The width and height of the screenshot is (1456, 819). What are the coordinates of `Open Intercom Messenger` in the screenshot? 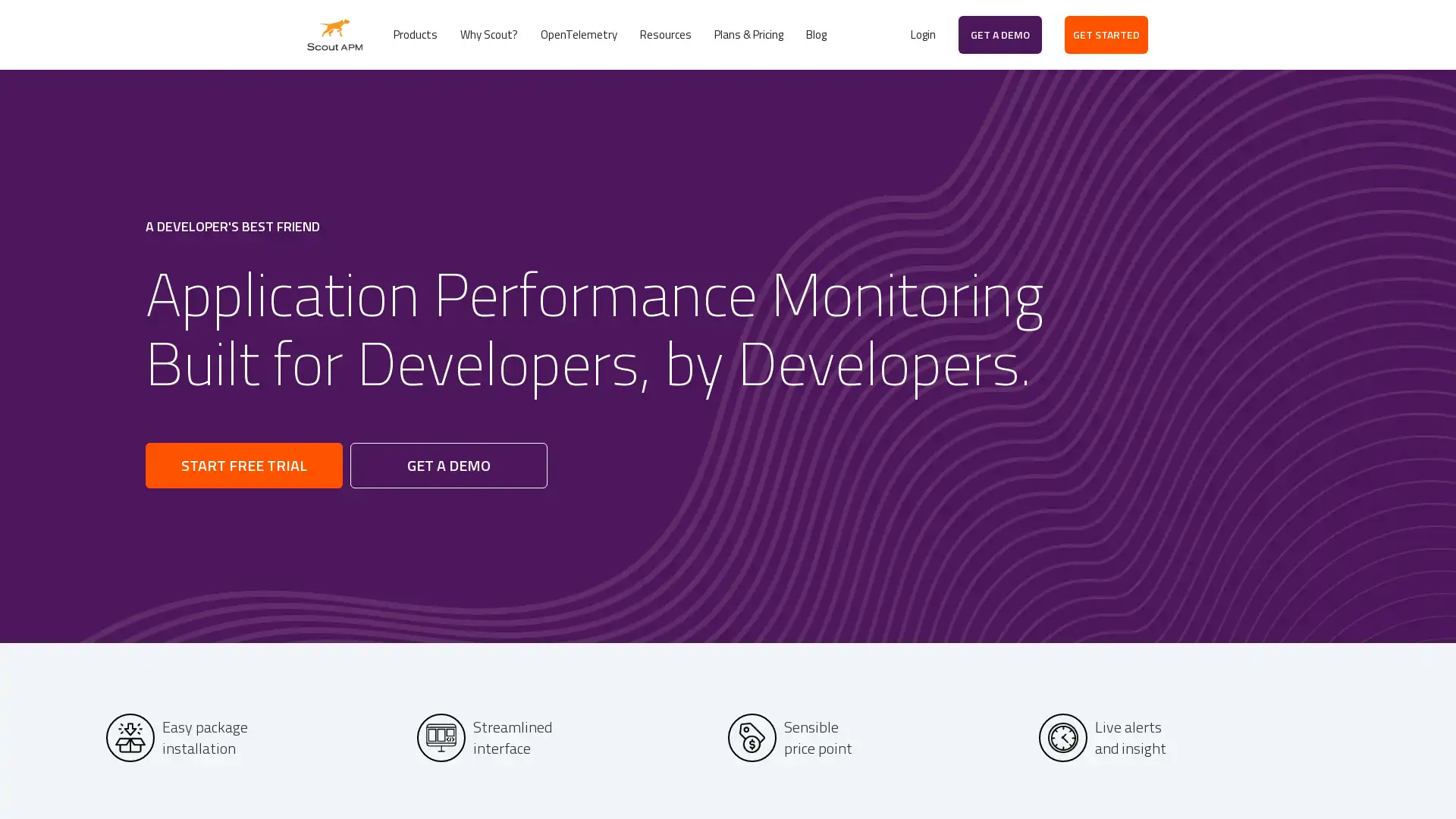 It's located at (1417, 780).